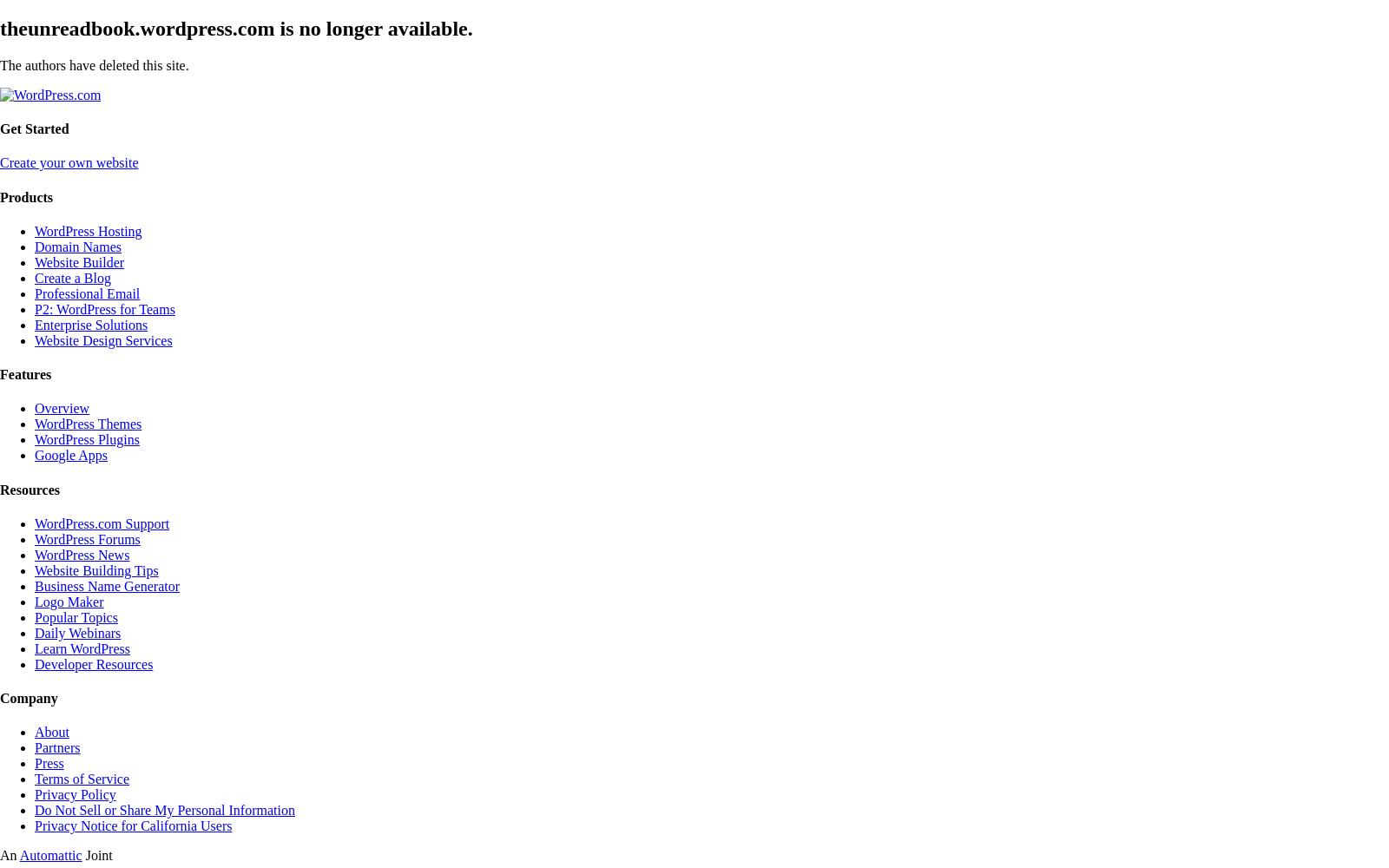  I want to click on 'WordPress Themes', so click(87, 423).